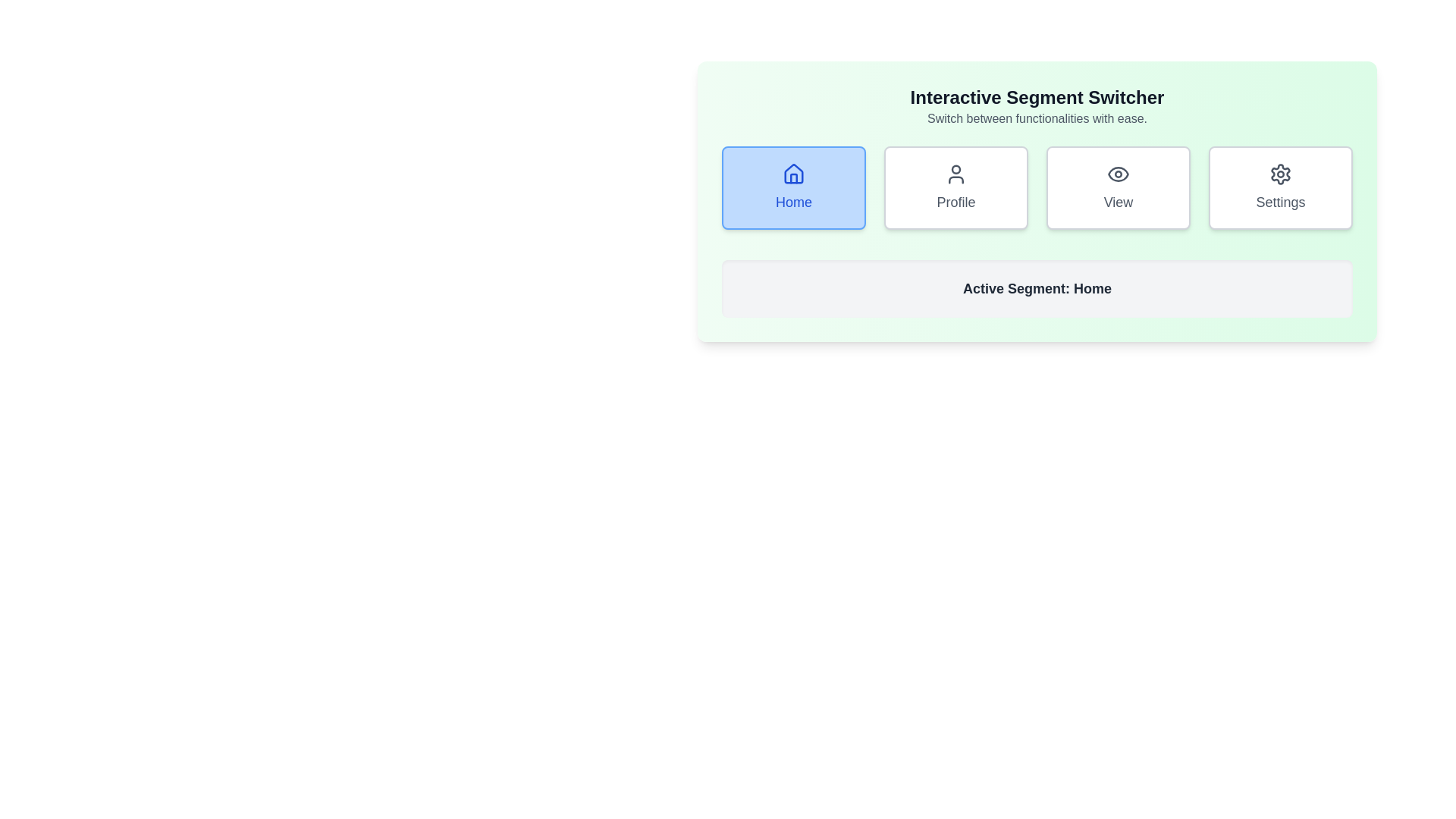  Describe the element at coordinates (1280, 174) in the screenshot. I see `on the settings SVG icon, which is the rightmost icon in the navigation row above the 'Settings' label` at that location.